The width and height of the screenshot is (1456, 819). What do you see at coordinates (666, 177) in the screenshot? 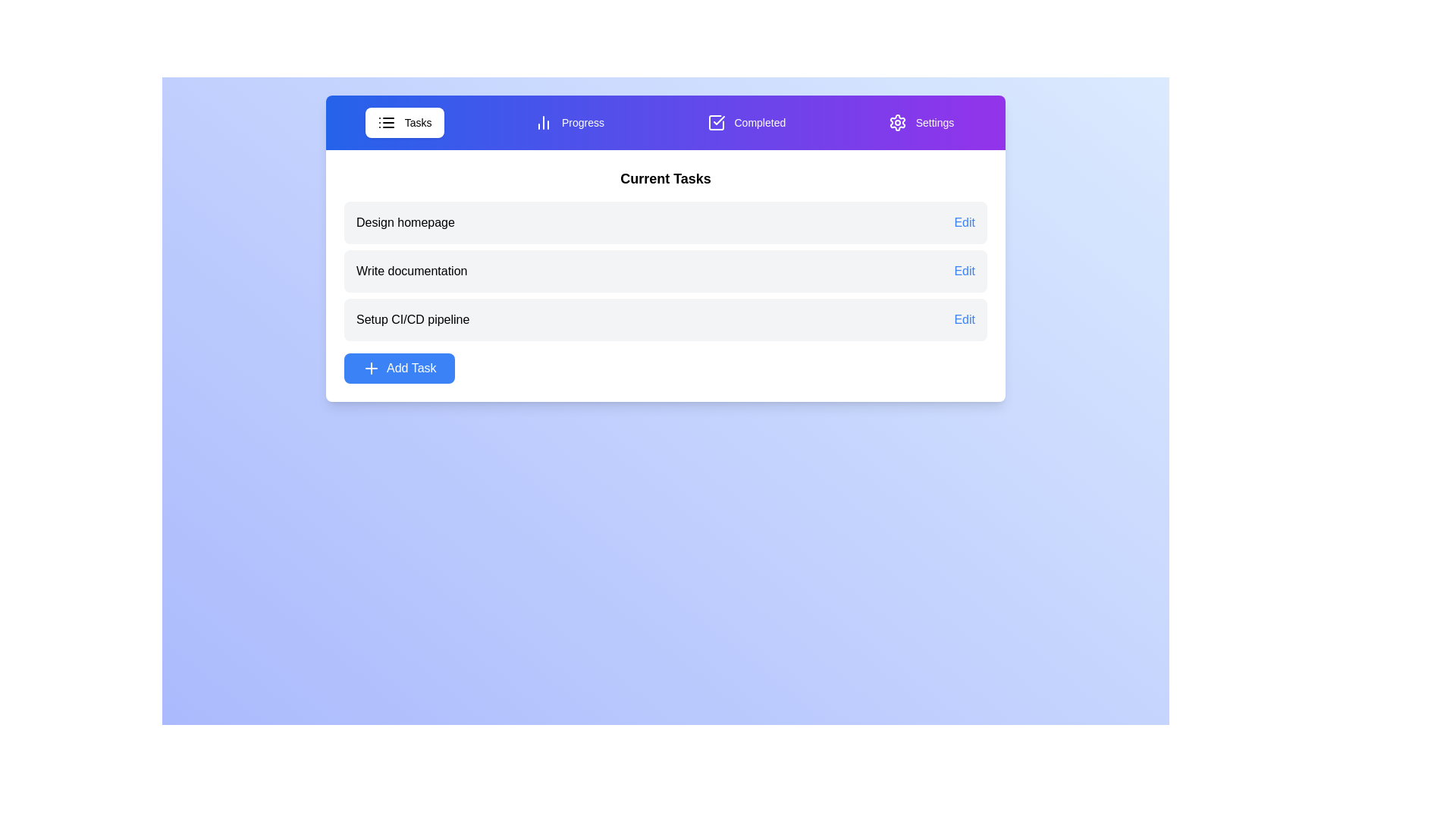
I see `text of the Text Header located at the top center of the panel, which serves as a heading for the current tasks section` at bounding box center [666, 177].